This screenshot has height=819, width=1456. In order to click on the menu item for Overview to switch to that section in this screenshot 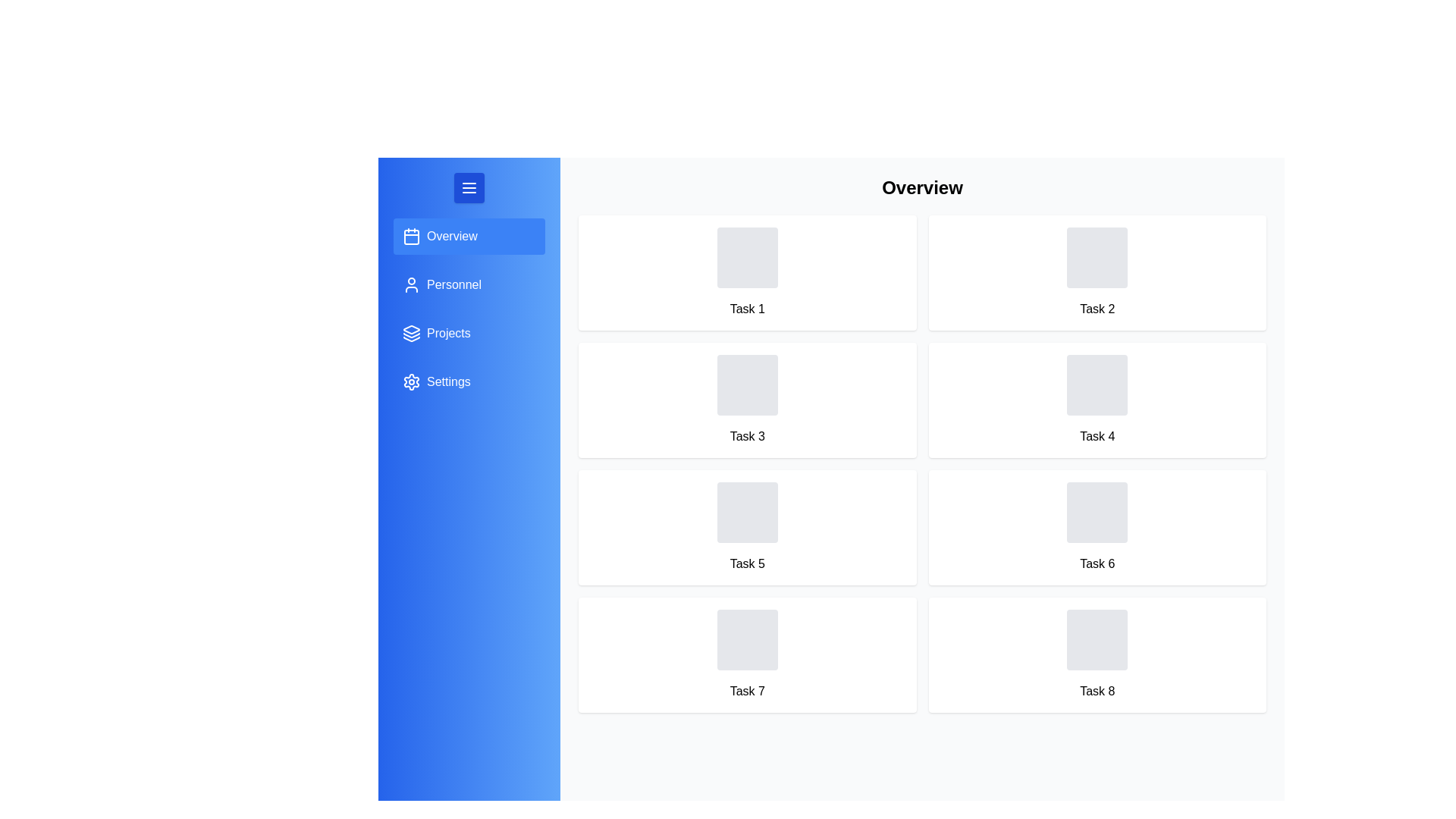, I will do `click(469, 237)`.